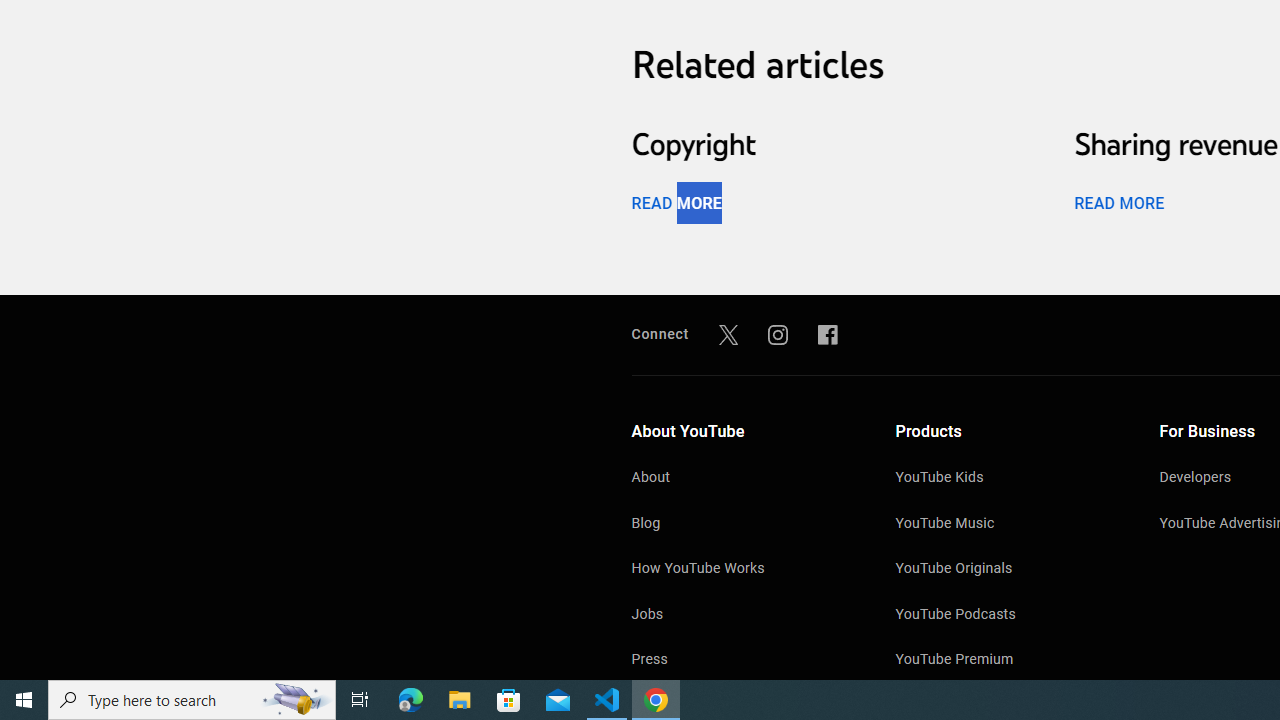  I want to click on 'YouTube Kids', so click(1007, 479).